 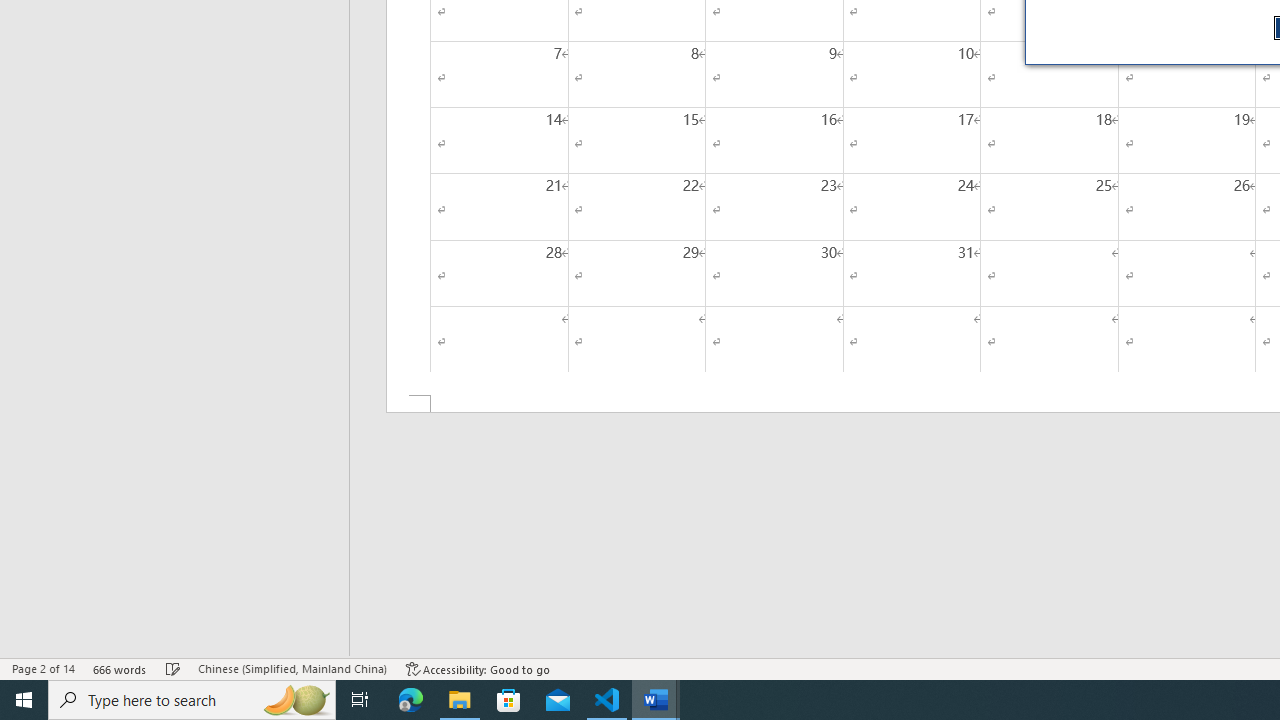 I want to click on 'Type here to search', so click(x=192, y=698).